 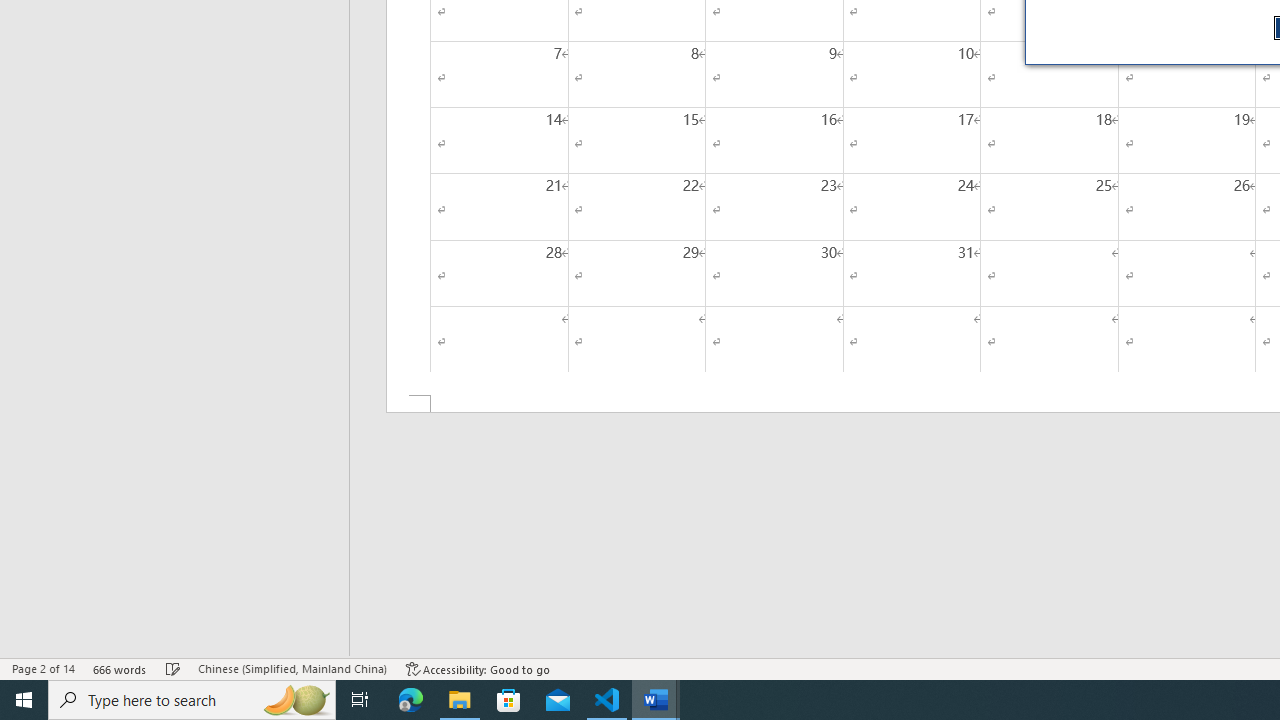 I want to click on 'Type here to search', so click(x=192, y=698).